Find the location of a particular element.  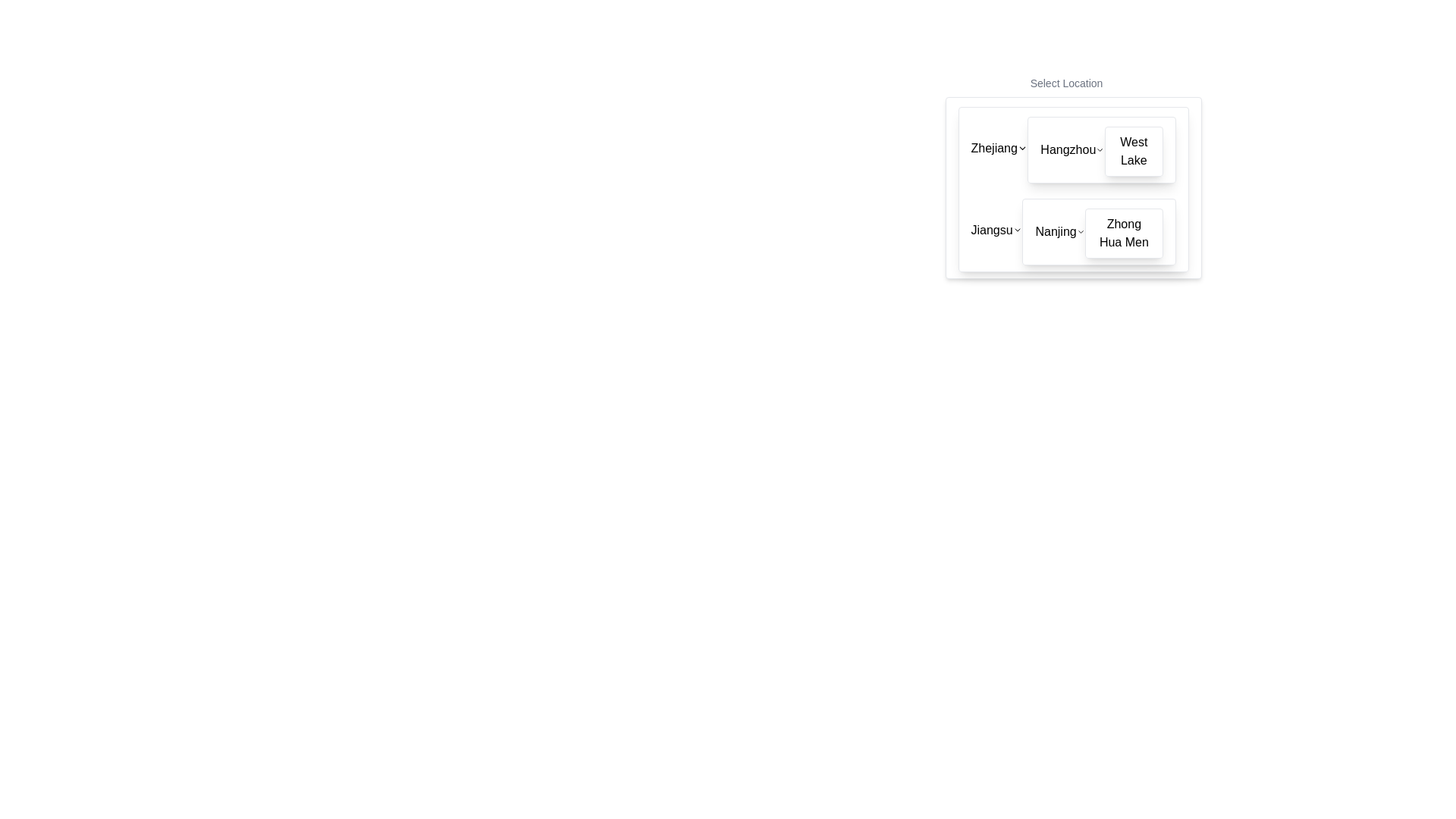

the 'West Lake' card element in the dropdown menu is located at coordinates (1134, 152).